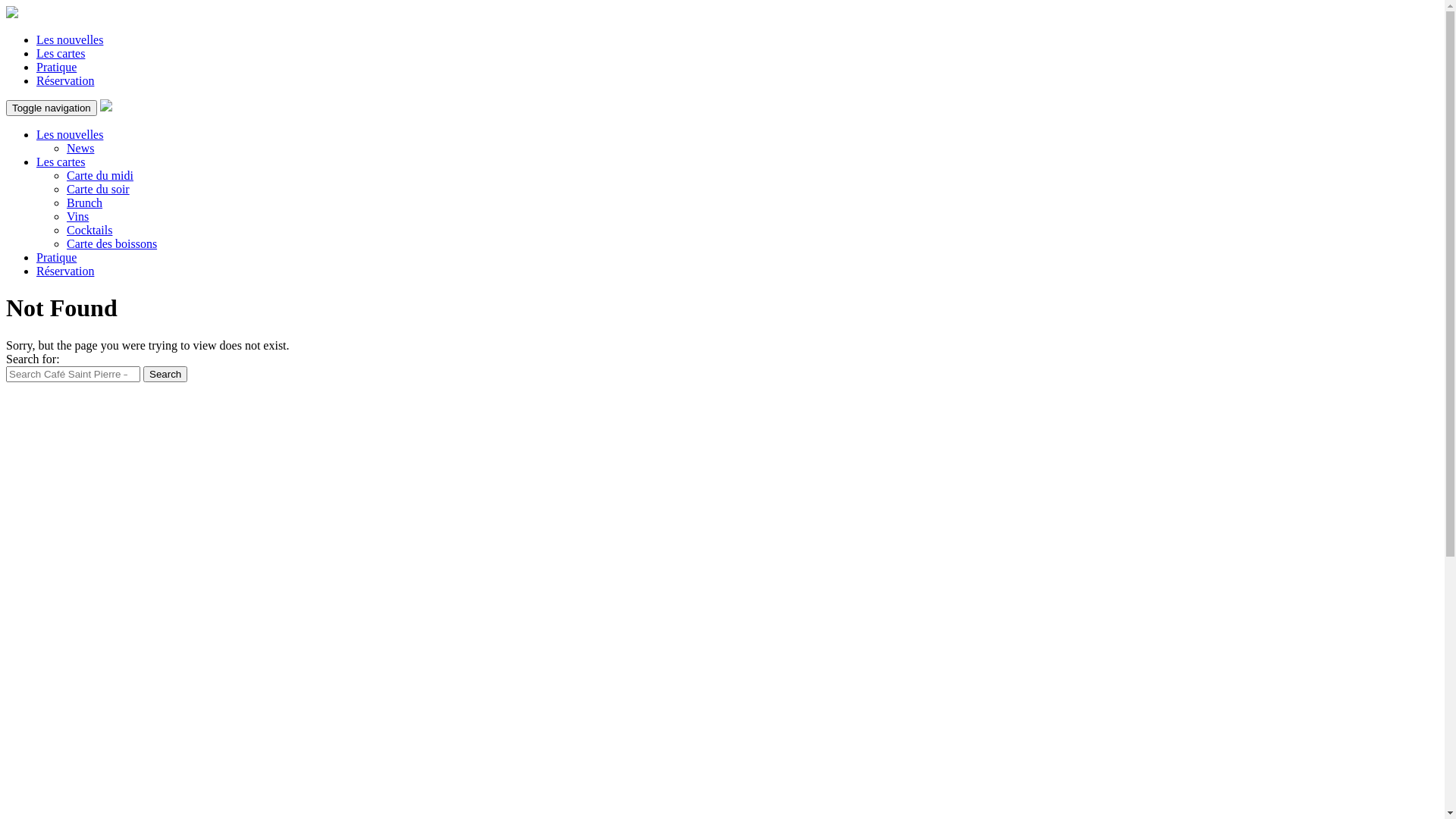  Describe the element at coordinates (165, 374) in the screenshot. I see `'Search'` at that location.